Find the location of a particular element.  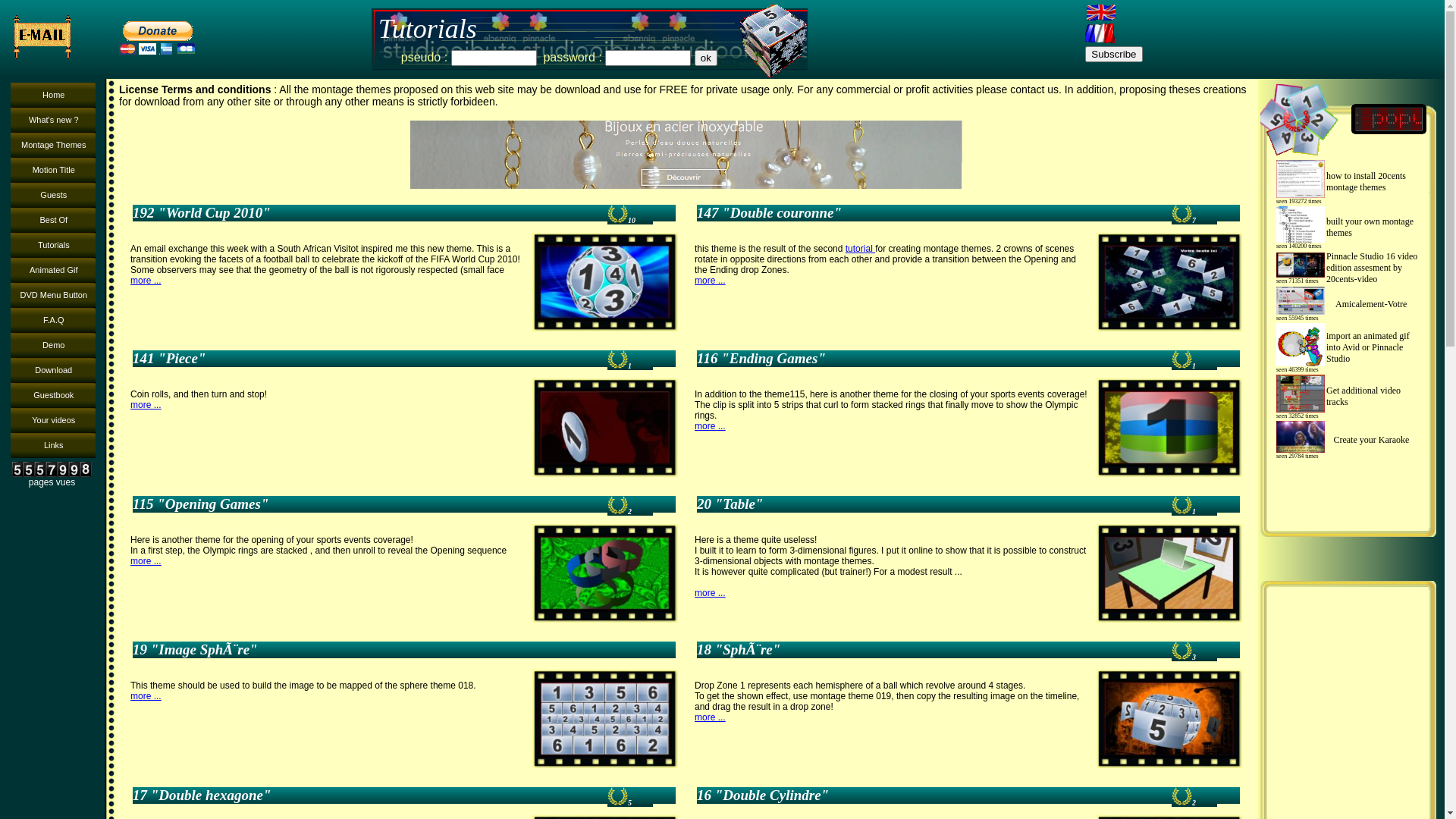

'Motion Title' is located at coordinates (53, 170).